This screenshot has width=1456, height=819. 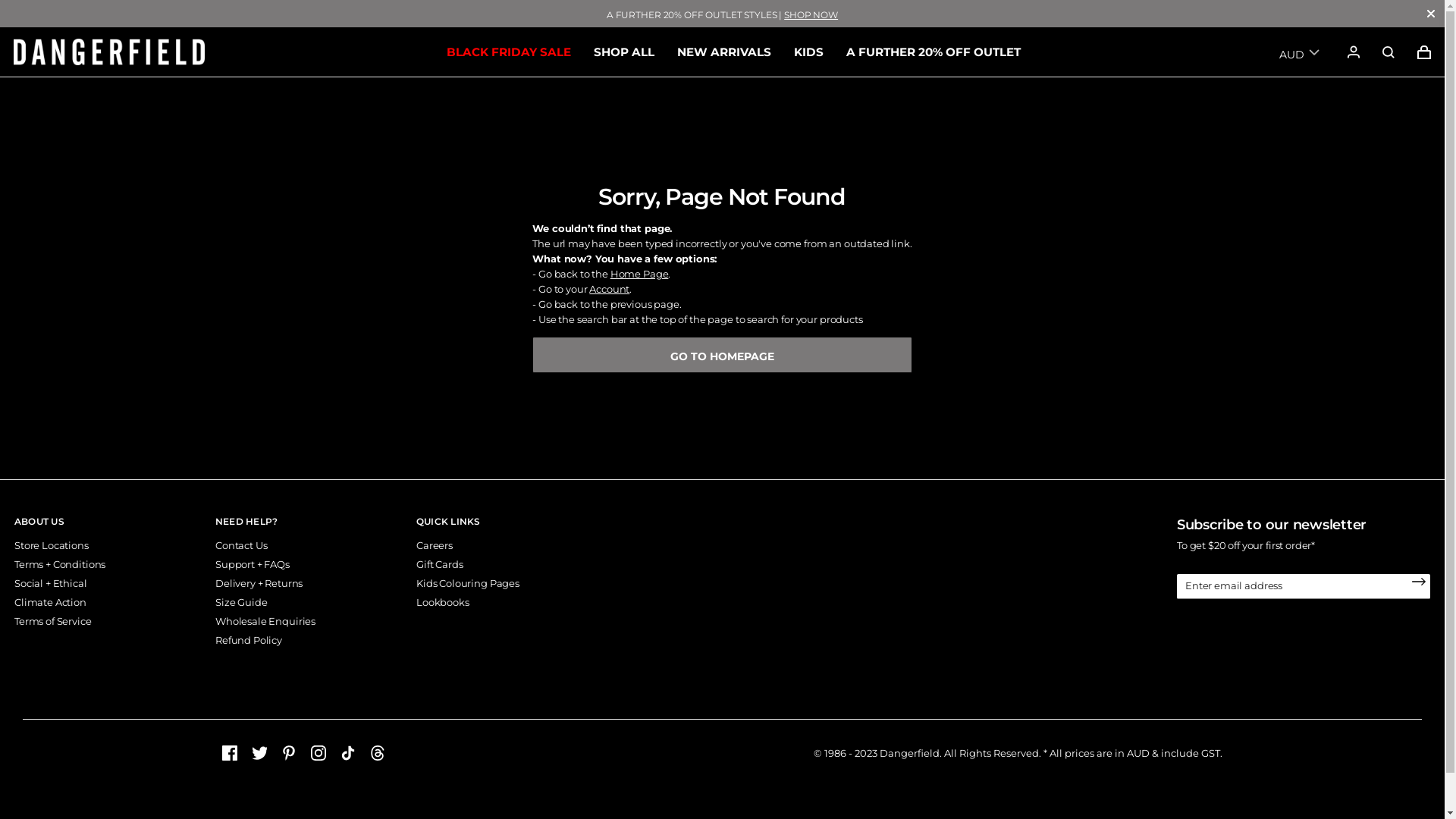 What do you see at coordinates (252, 564) in the screenshot?
I see `'Support + FAQs'` at bounding box center [252, 564].